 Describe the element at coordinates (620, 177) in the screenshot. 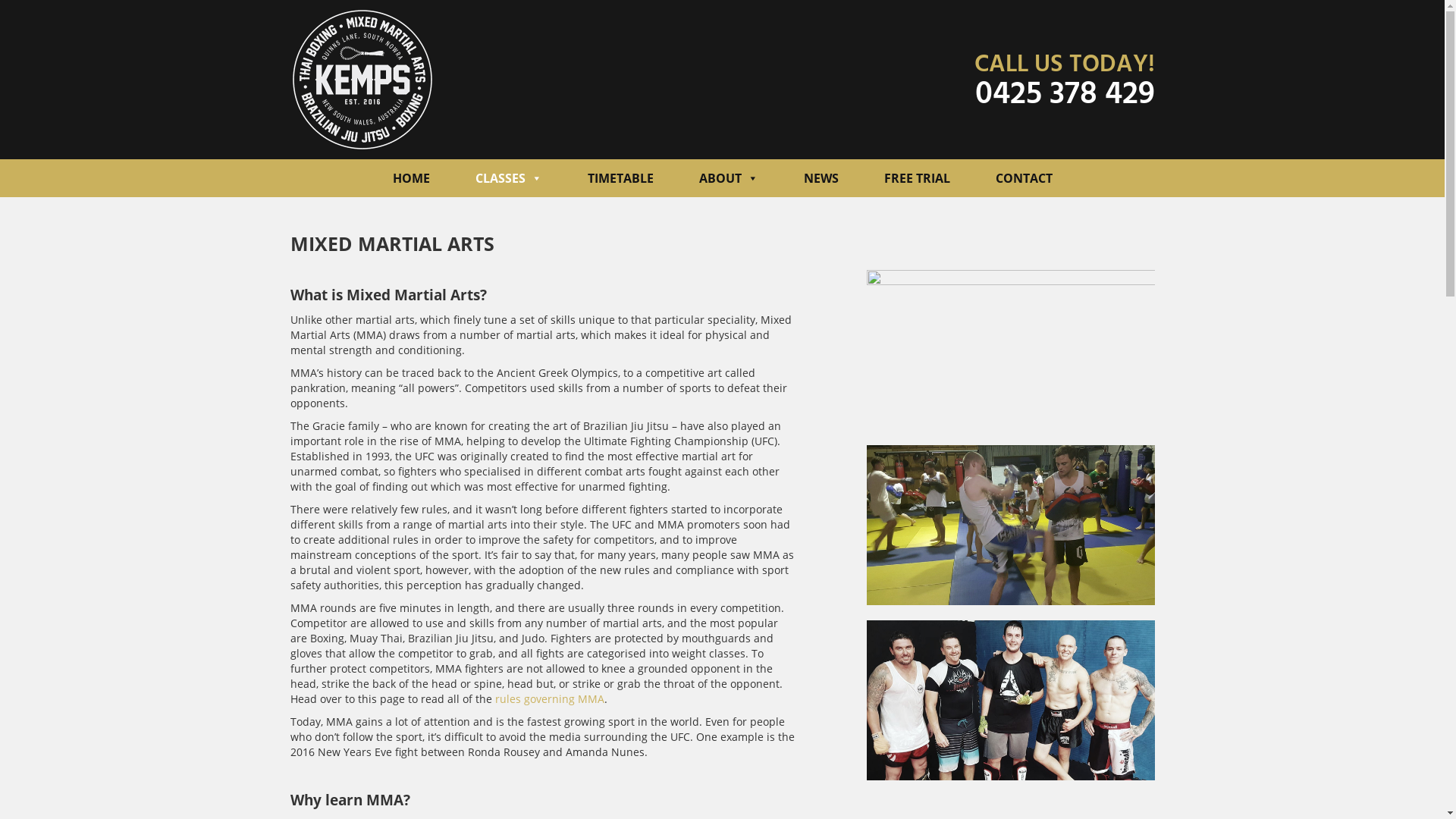

I see `'TIMETABLE'` at that location.